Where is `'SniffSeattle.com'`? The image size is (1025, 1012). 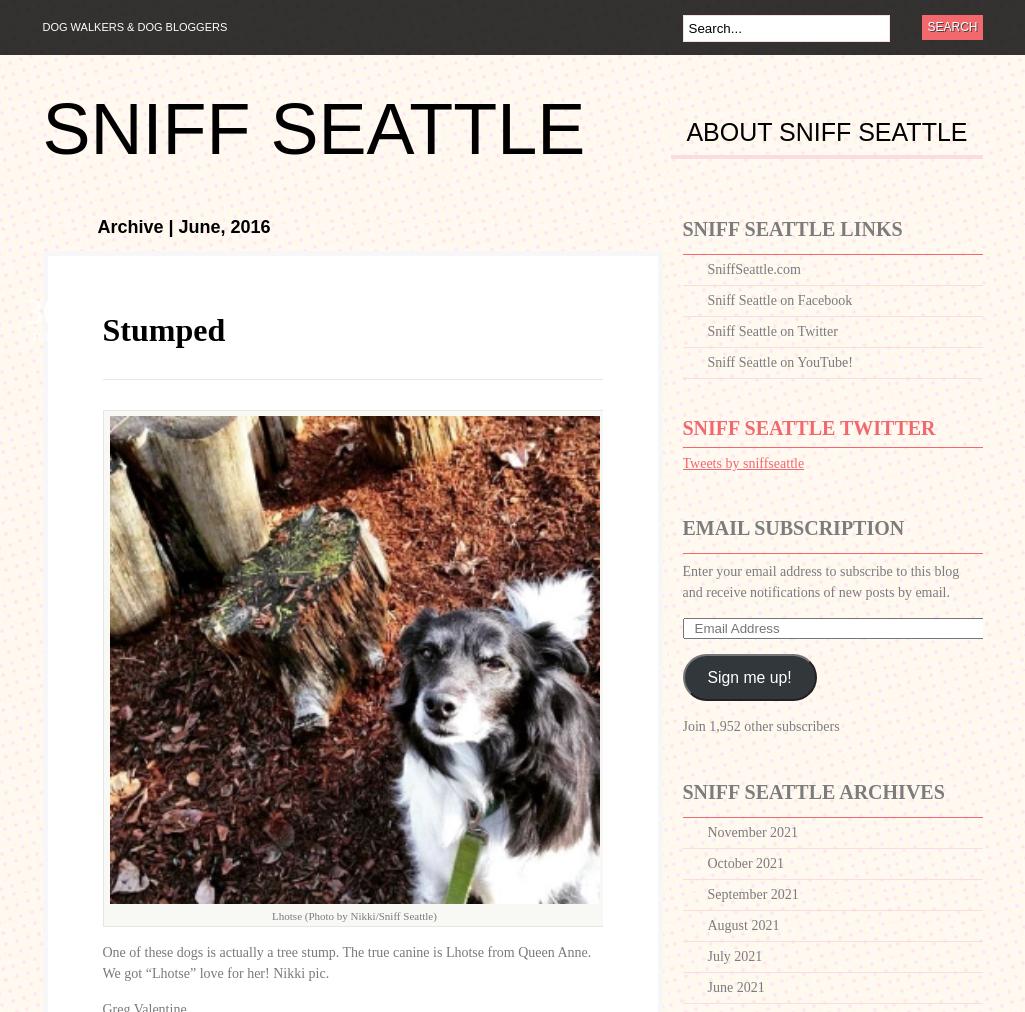 'SniffSeattle.com' is located at coordinates (753, 268).